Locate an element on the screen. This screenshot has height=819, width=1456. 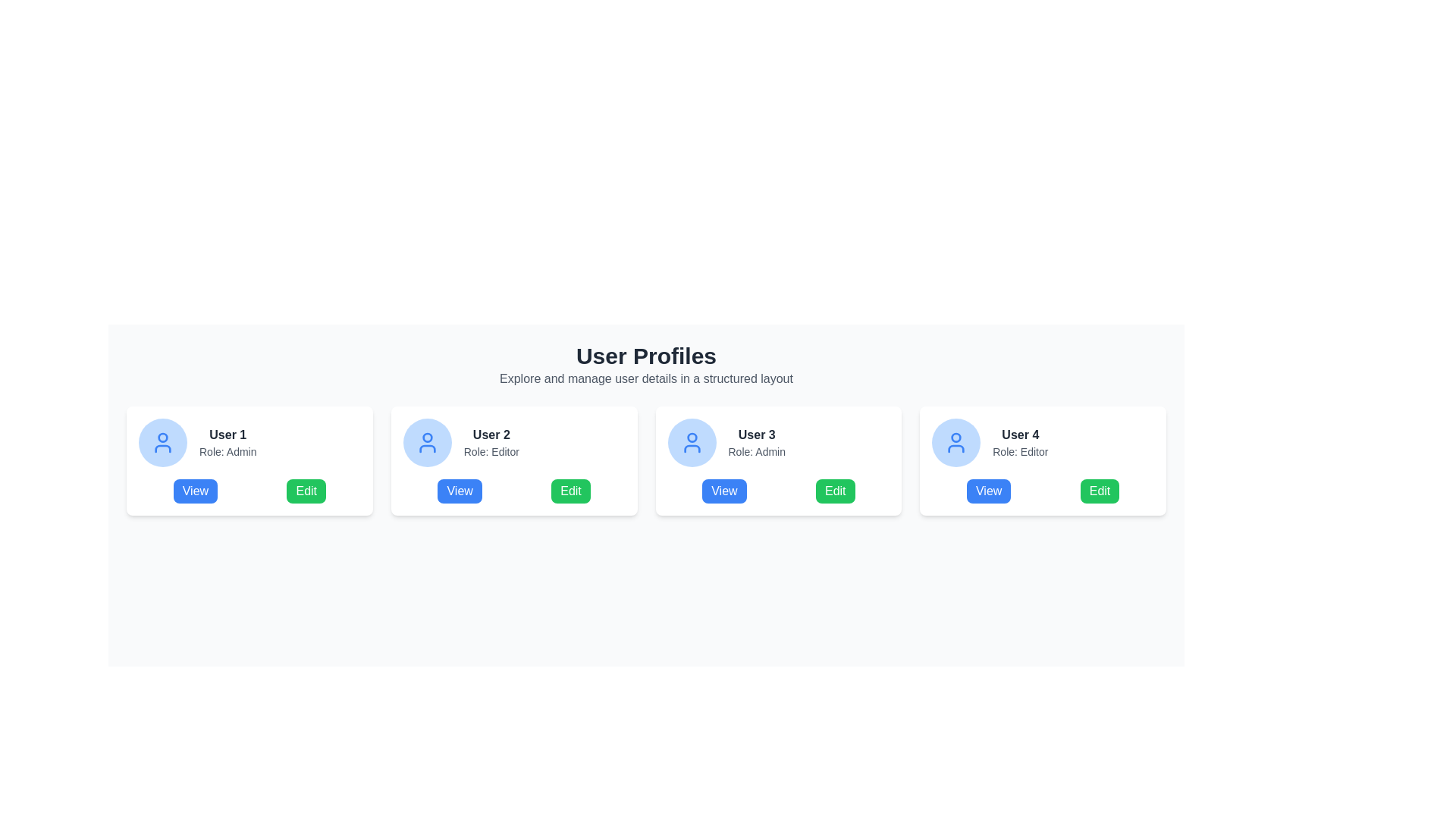
the user profile icon for 'User 3' located in the top-left corner of the information card is located at coordinates (691, 442).